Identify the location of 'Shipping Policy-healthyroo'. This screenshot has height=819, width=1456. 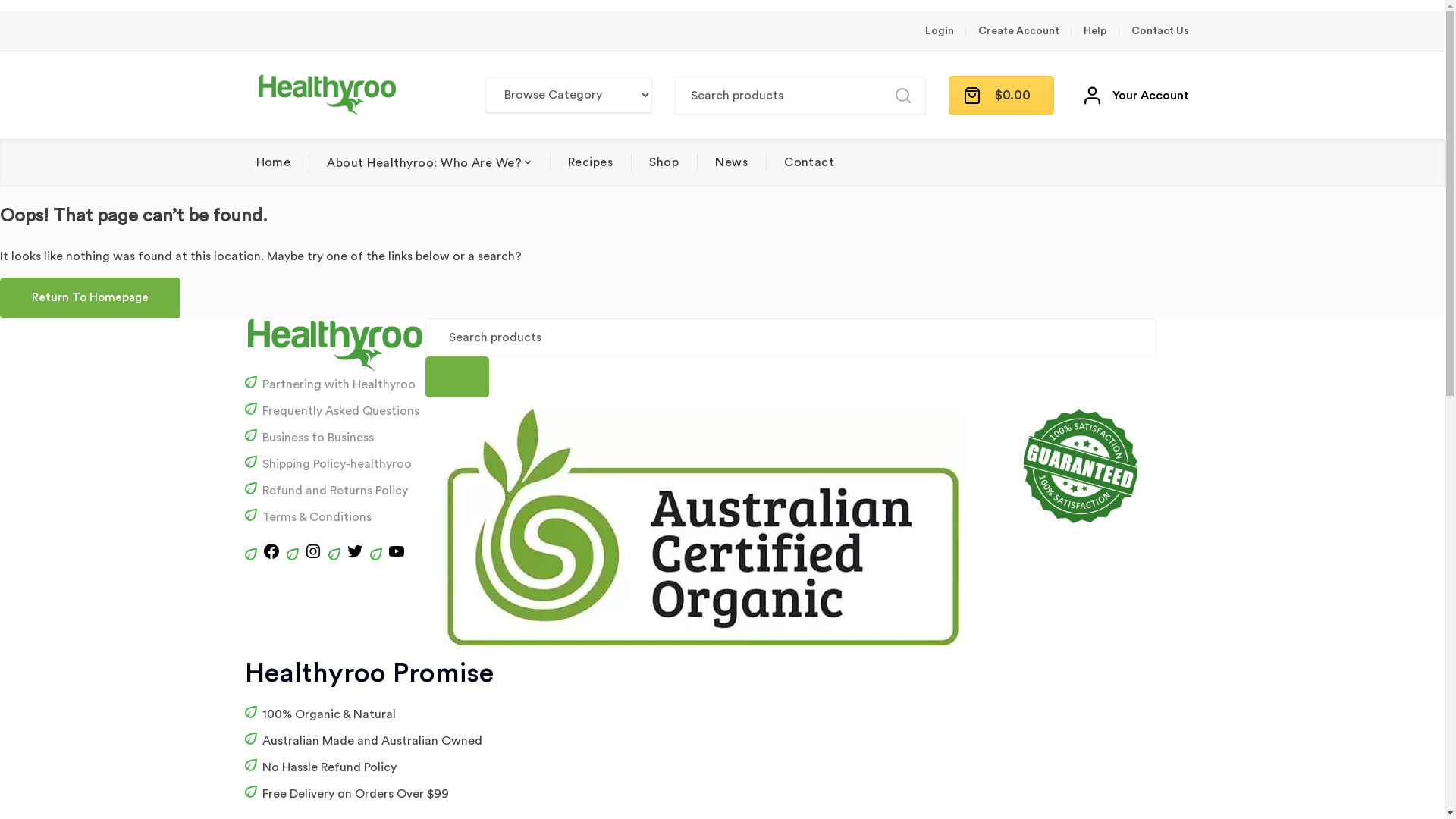
(336, 463).